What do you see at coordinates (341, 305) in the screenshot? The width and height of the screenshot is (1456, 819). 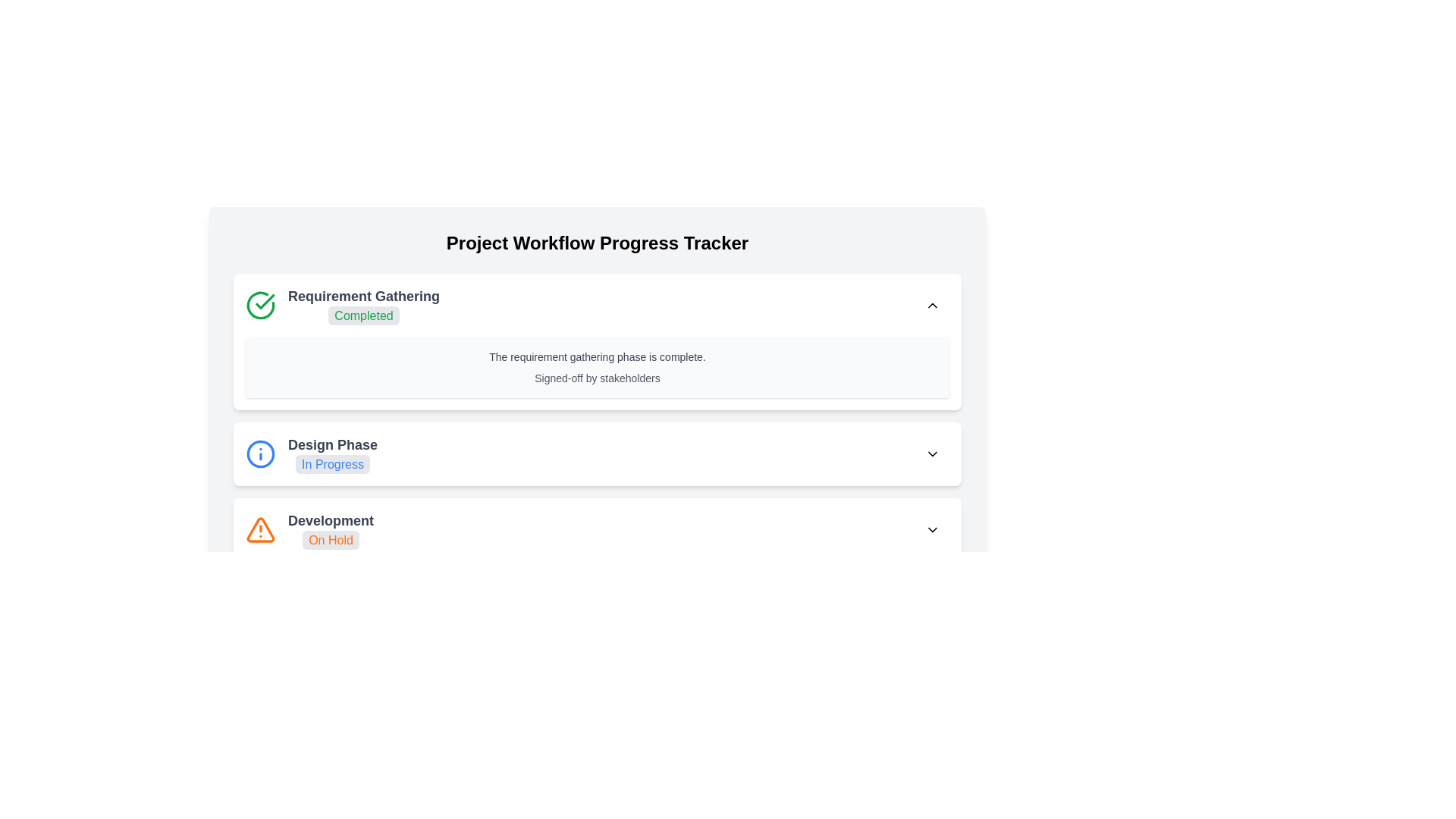 I see `the 'Completed' status display element, which features a green checkmark and is positioned at the top of the list` at bounding box center [341, 305].